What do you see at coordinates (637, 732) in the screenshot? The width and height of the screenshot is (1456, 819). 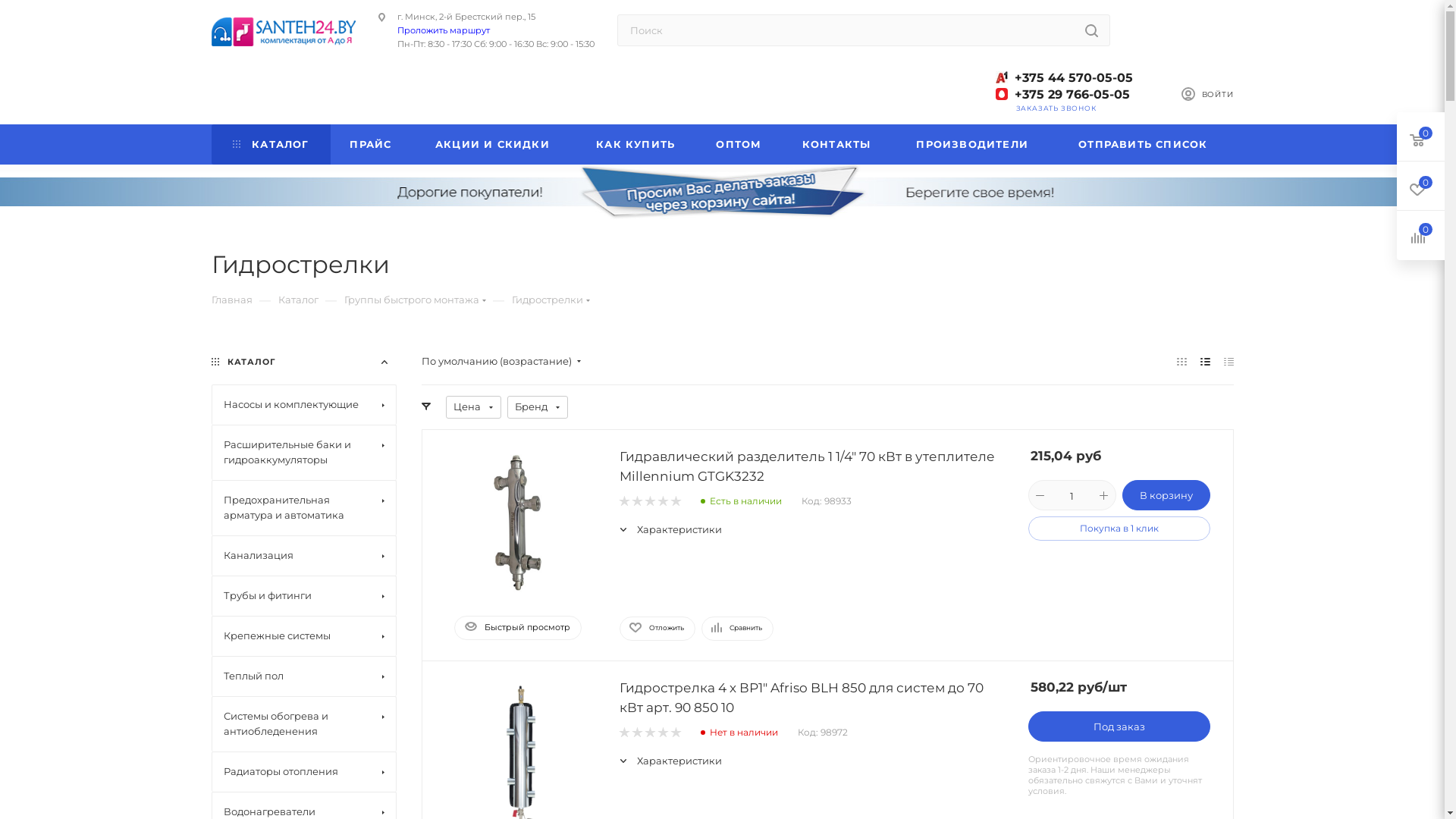 I see `'2'` at bounding box center [637, 732].